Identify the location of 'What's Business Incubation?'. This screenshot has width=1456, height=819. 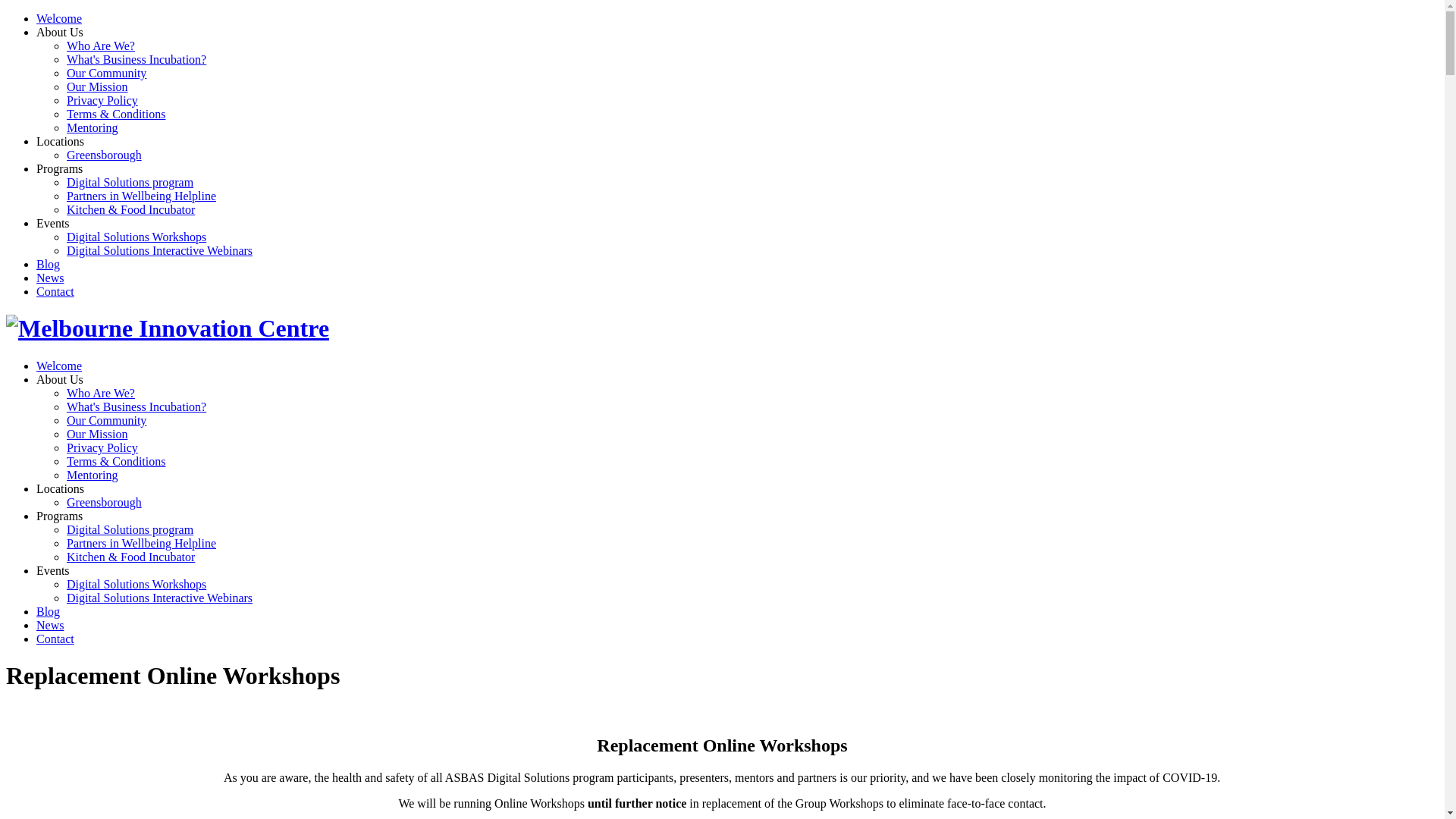
(136, 58).